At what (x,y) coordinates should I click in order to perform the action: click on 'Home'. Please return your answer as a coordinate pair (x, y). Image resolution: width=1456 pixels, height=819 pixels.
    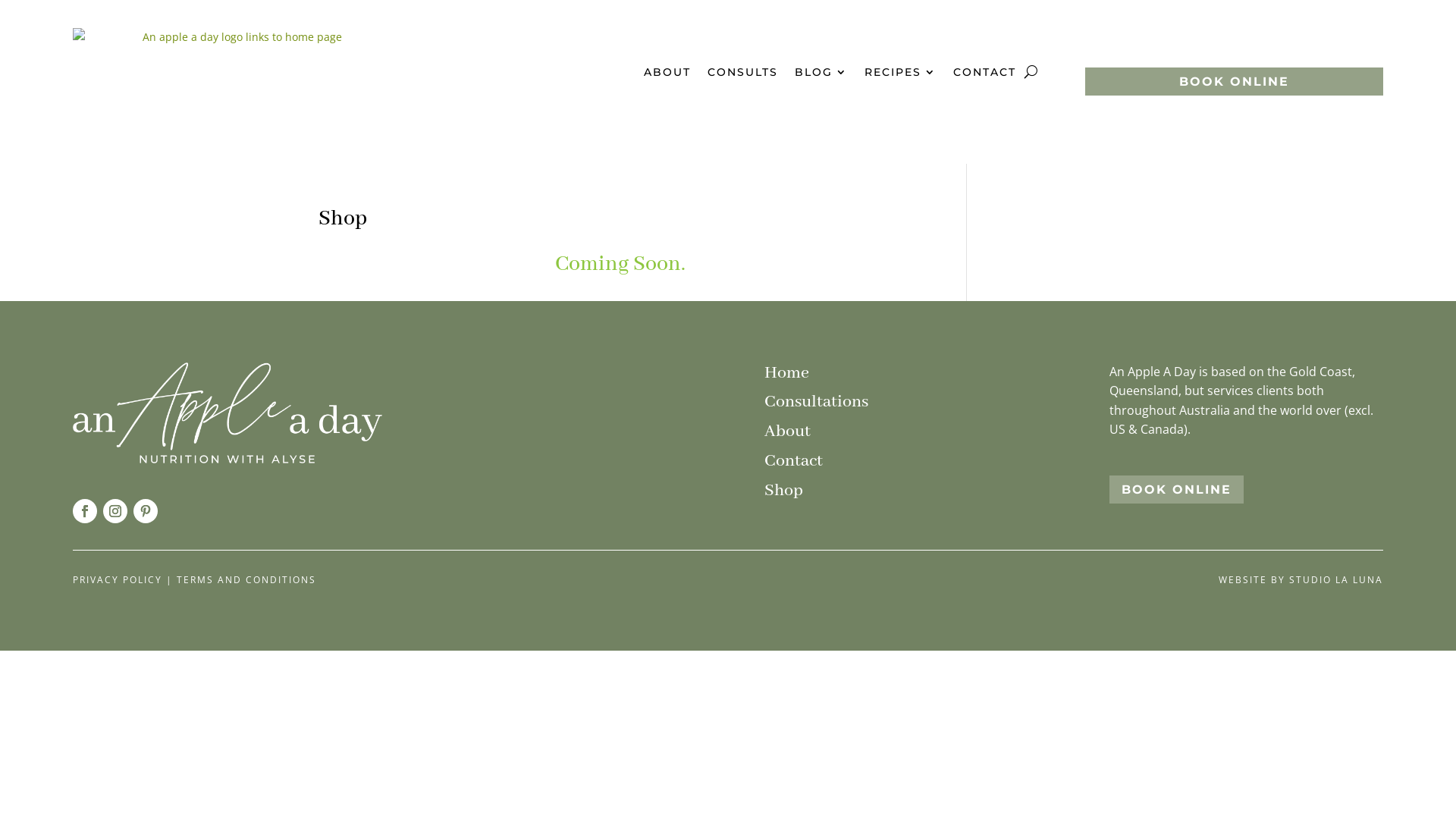
    Looking at the image, I should click on (764, 373).